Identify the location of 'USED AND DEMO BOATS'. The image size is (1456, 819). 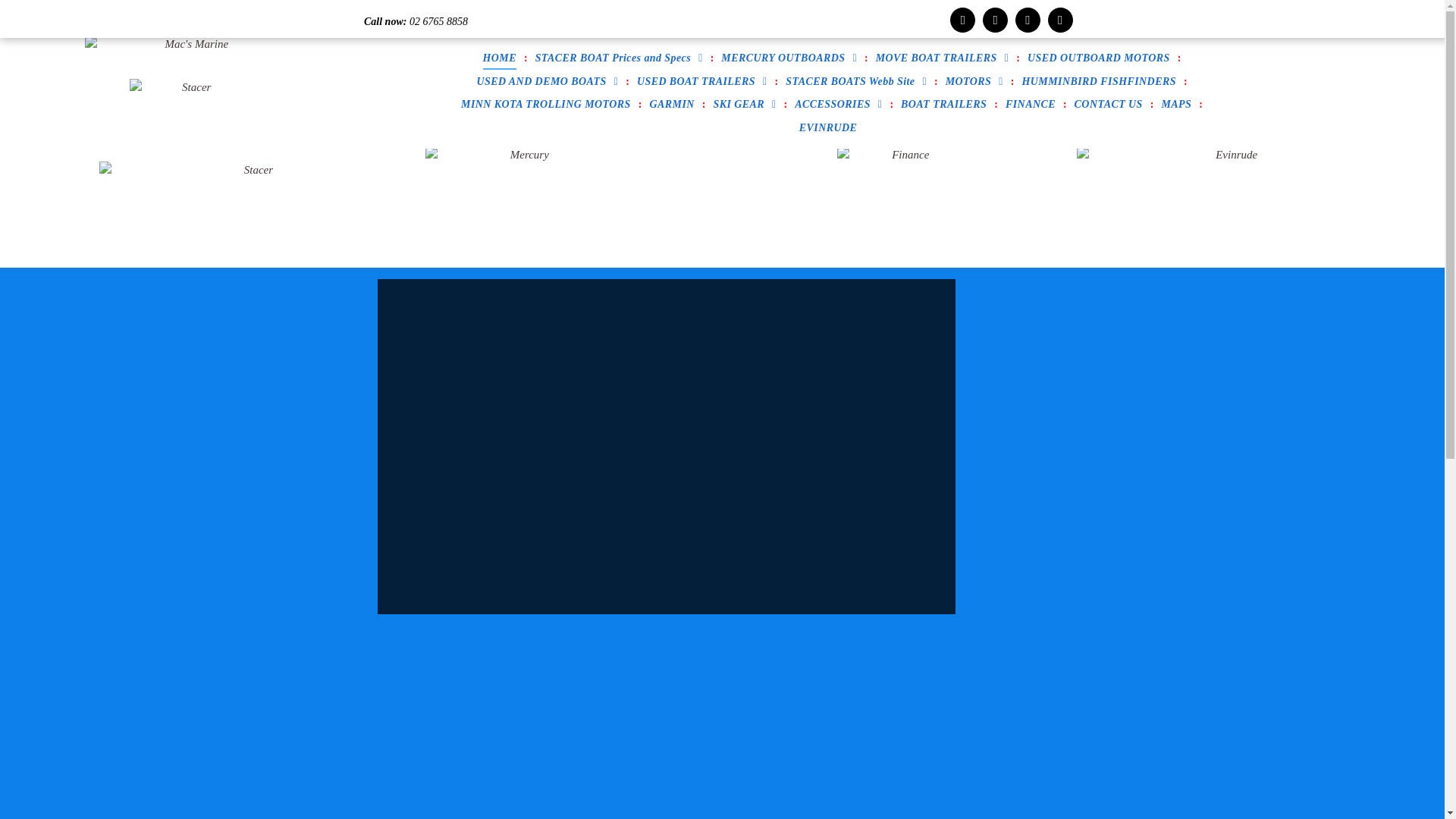
(468, 81).